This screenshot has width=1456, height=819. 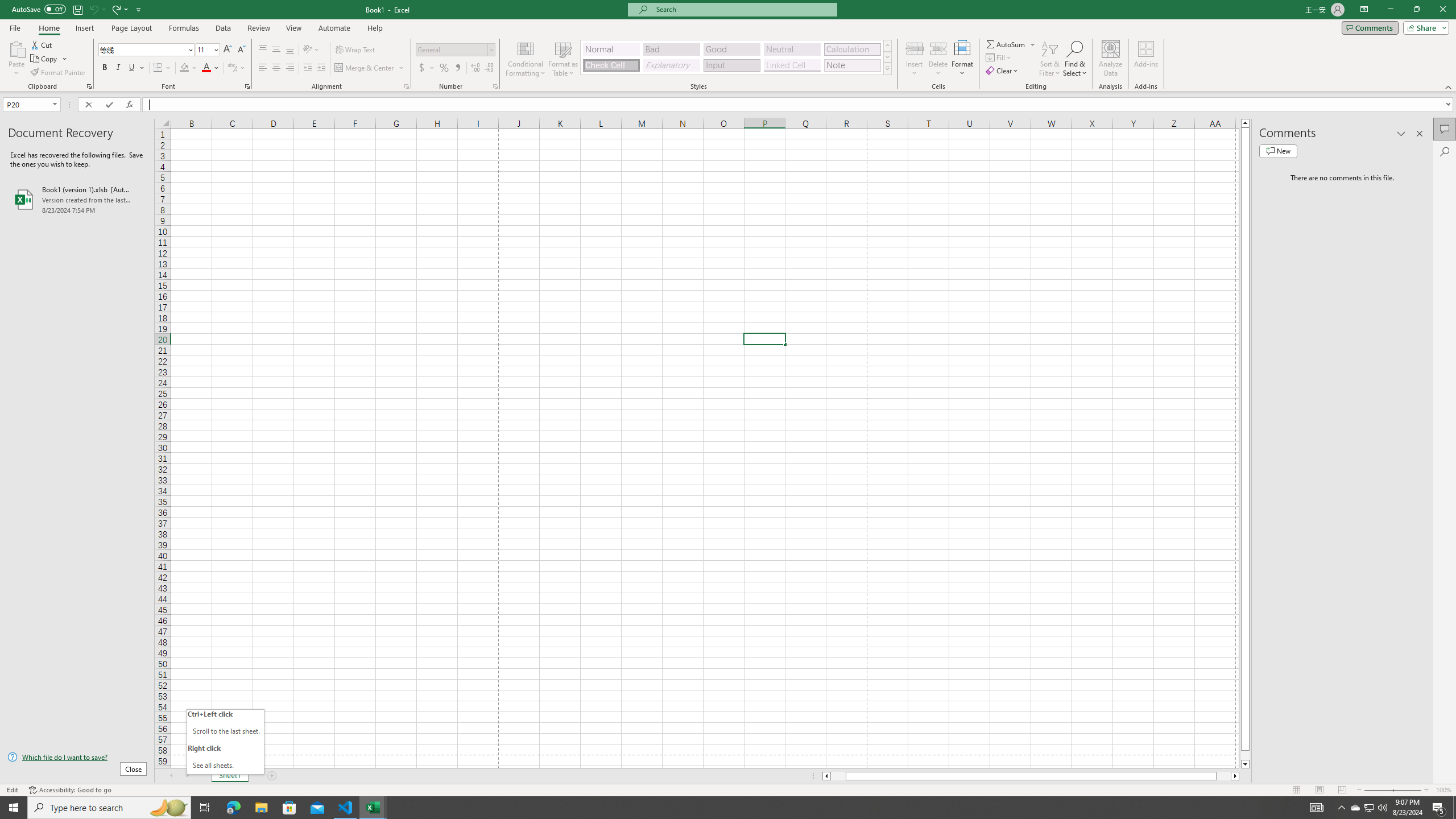 What do you see at coordinates (241, 49) in the screenshot?
I see `'Decrease Font Size'` at bounding box center [241, 49].